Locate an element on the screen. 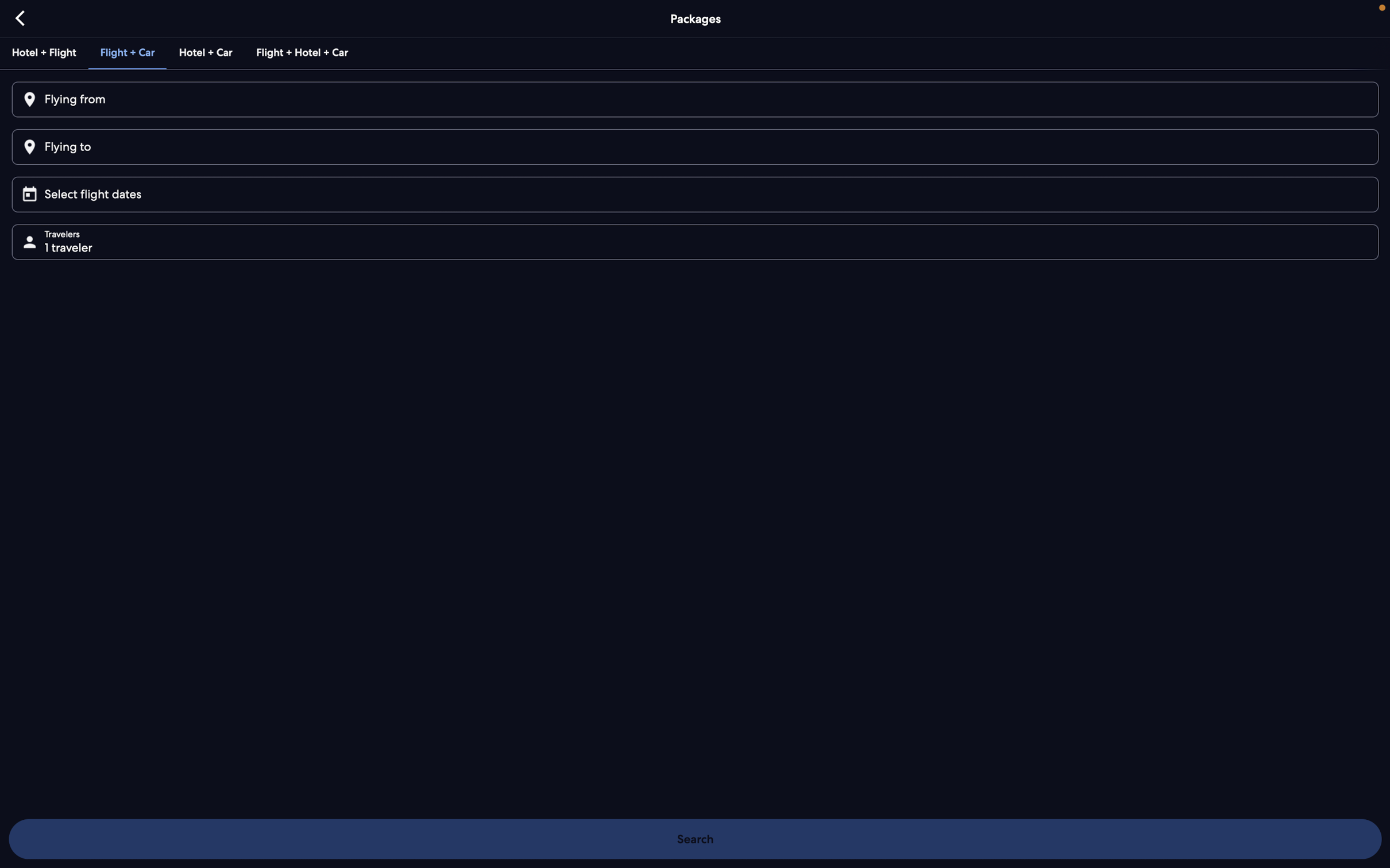 The width and height of the screenshot is (1390, 868). Fill "Paris" on the destination input box and confirm with enter is located at coordinates (693, 146).